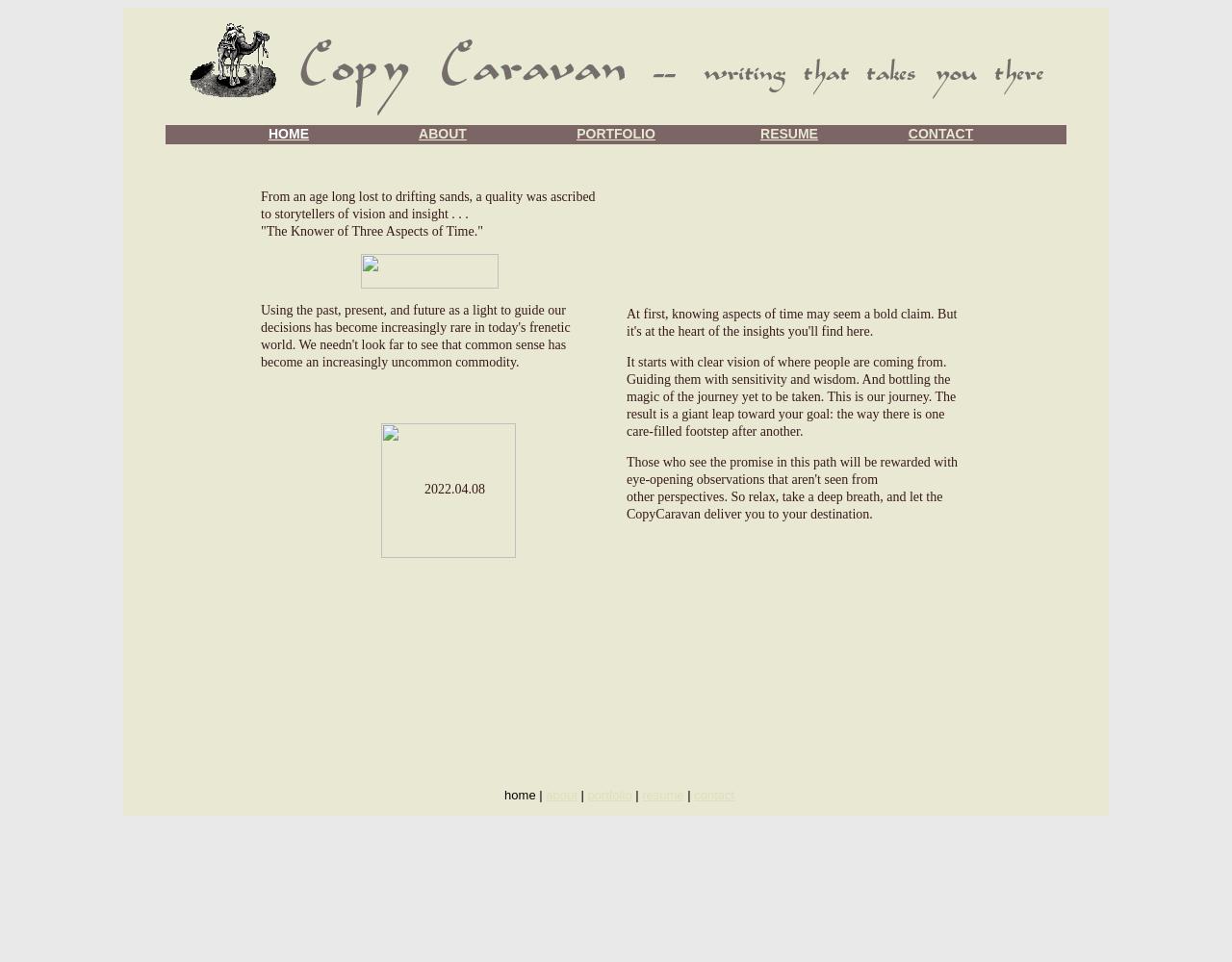  Describe the element at coordinates (788, 134) in the screenshot. I see `'RESUME'` at that location.